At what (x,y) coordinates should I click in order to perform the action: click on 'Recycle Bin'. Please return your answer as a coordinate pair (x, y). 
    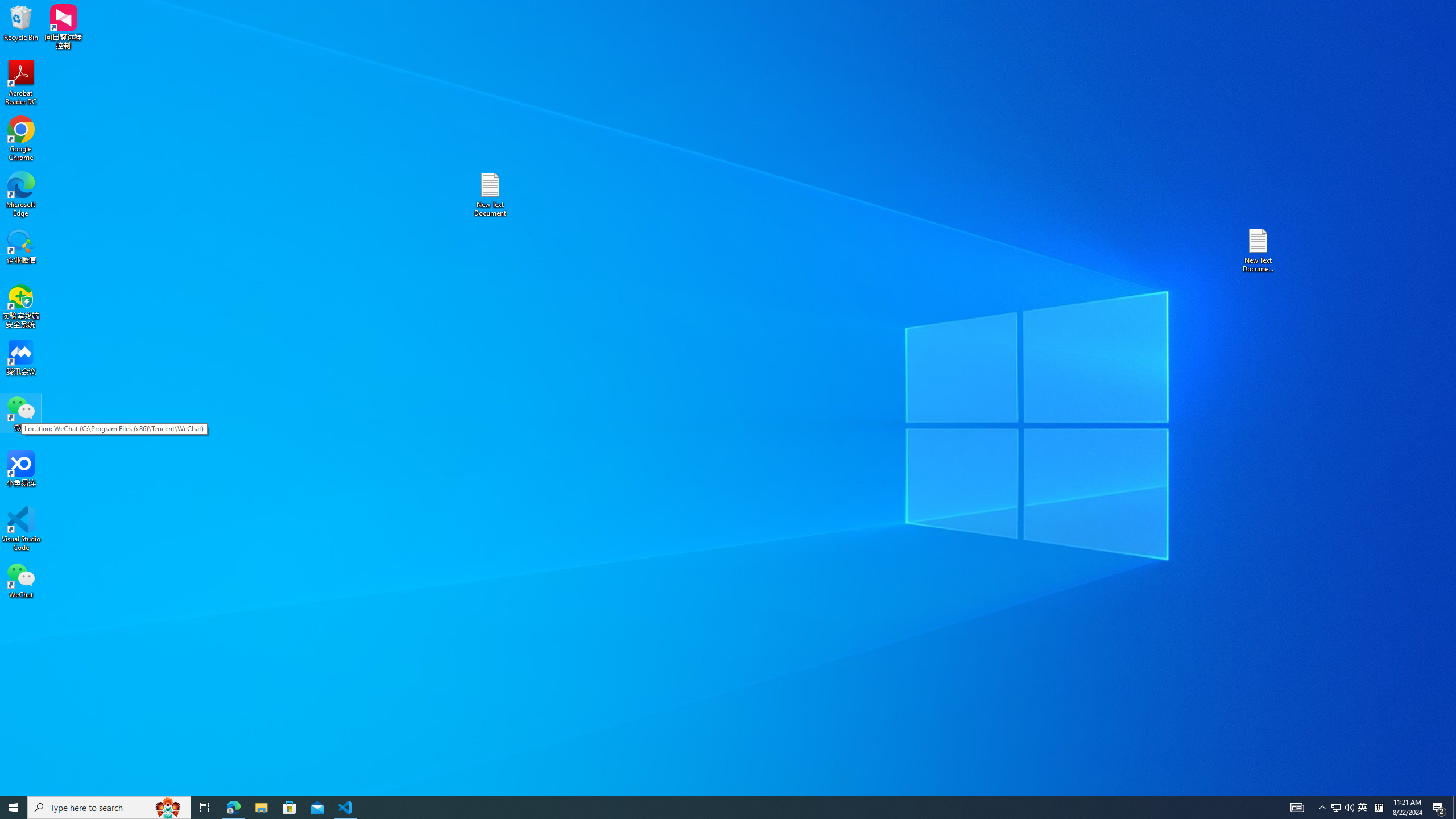
    Looking at the image, I should click on (20, 22).